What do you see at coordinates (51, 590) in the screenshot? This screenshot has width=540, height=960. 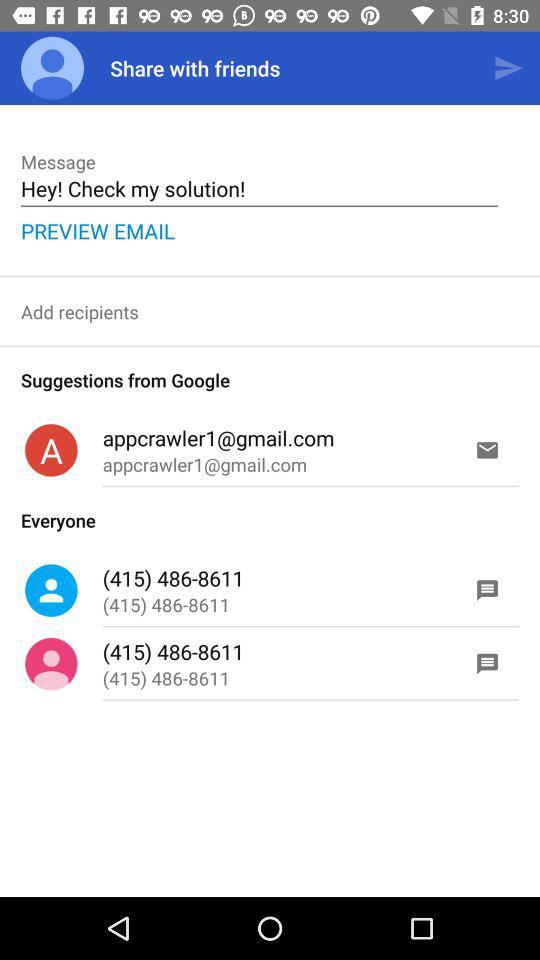 I see `the blue icon which is left side of 415 4868611` at bounding box center [51, 590].